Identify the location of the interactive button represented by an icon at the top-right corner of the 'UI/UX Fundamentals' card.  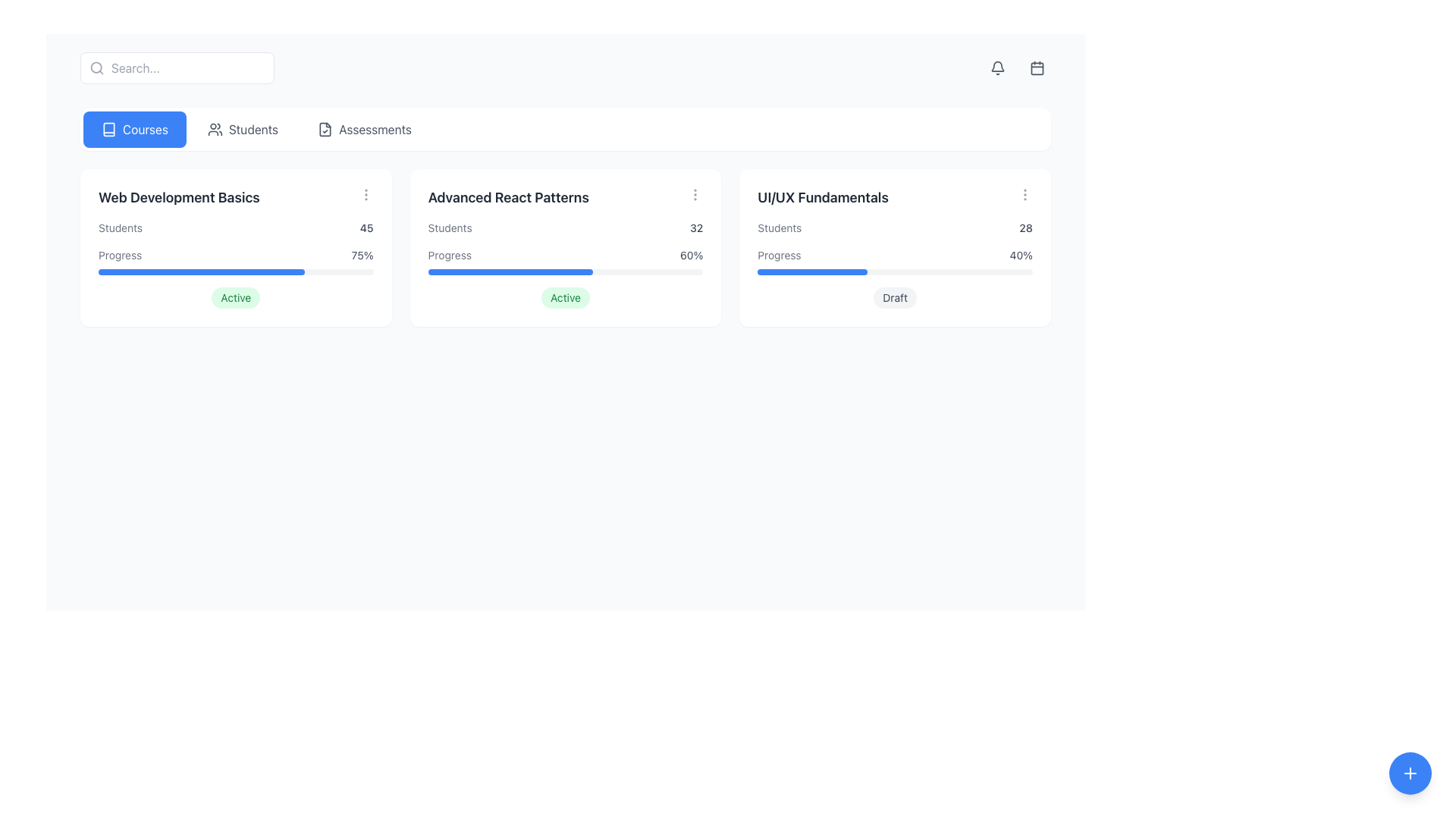
(1025, 194).